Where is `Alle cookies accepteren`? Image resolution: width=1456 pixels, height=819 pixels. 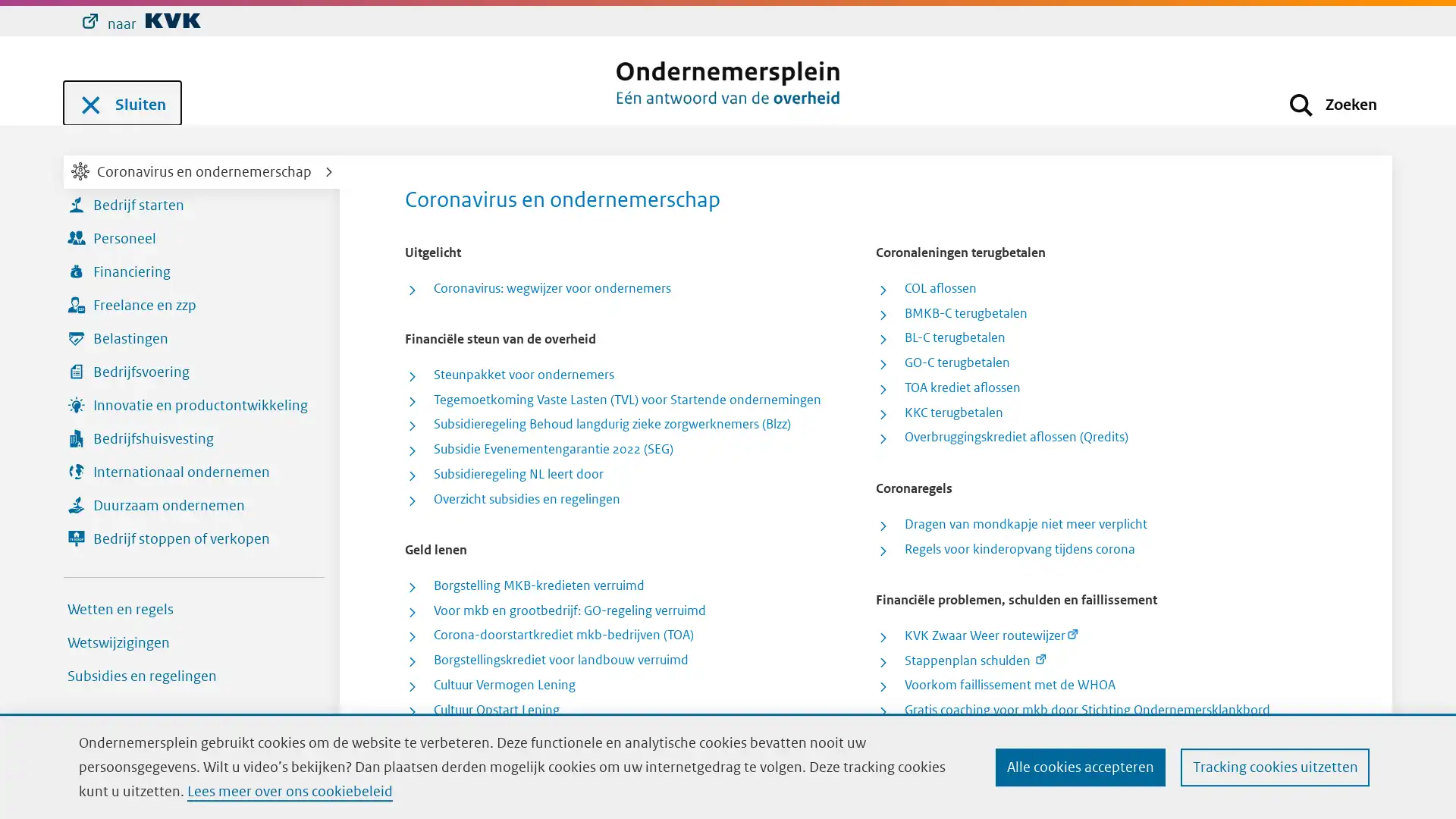 Alle cookies accepteren is located at coordinates (1080, 767).